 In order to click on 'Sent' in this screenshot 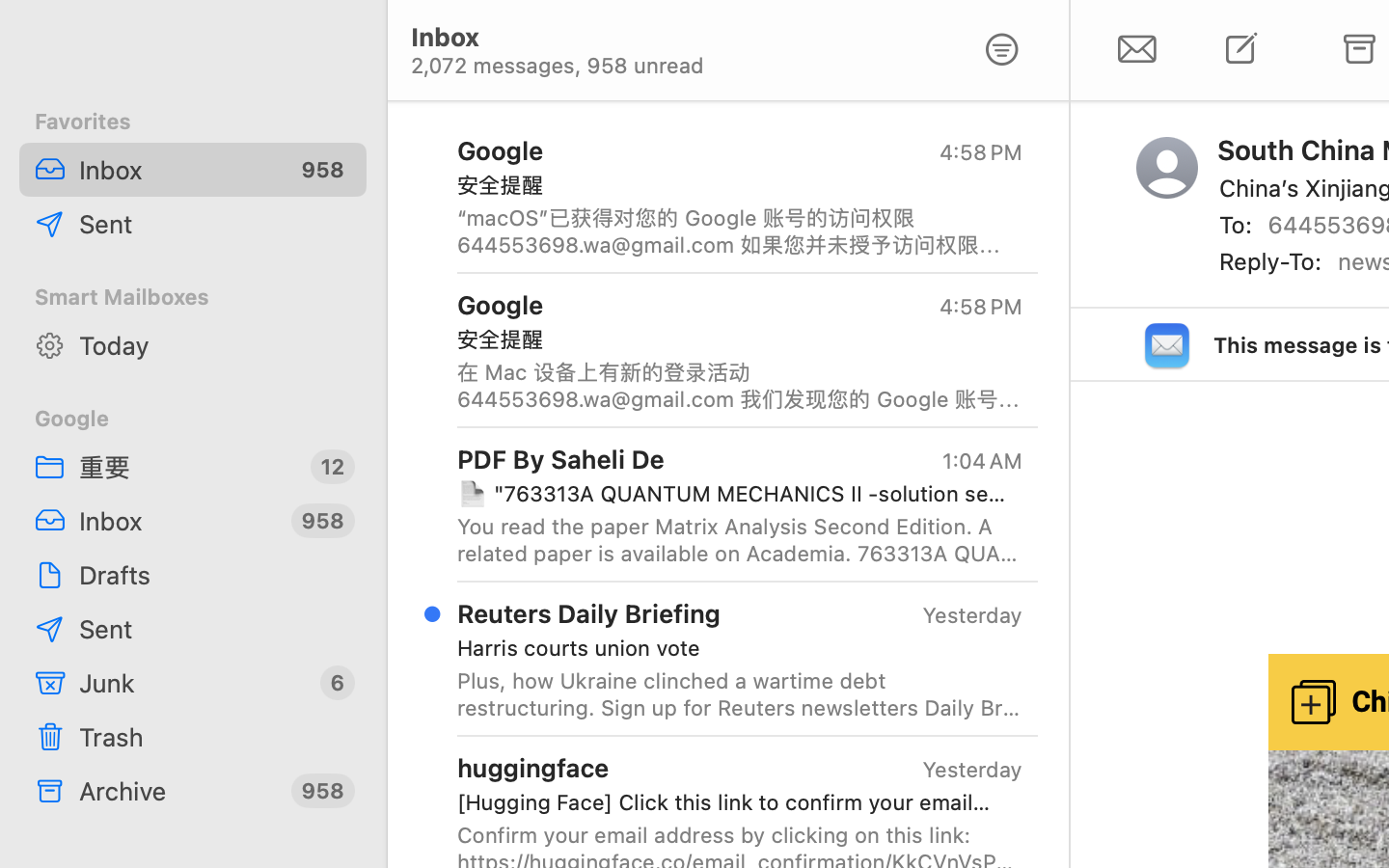, I will do `click(215, 223)`.